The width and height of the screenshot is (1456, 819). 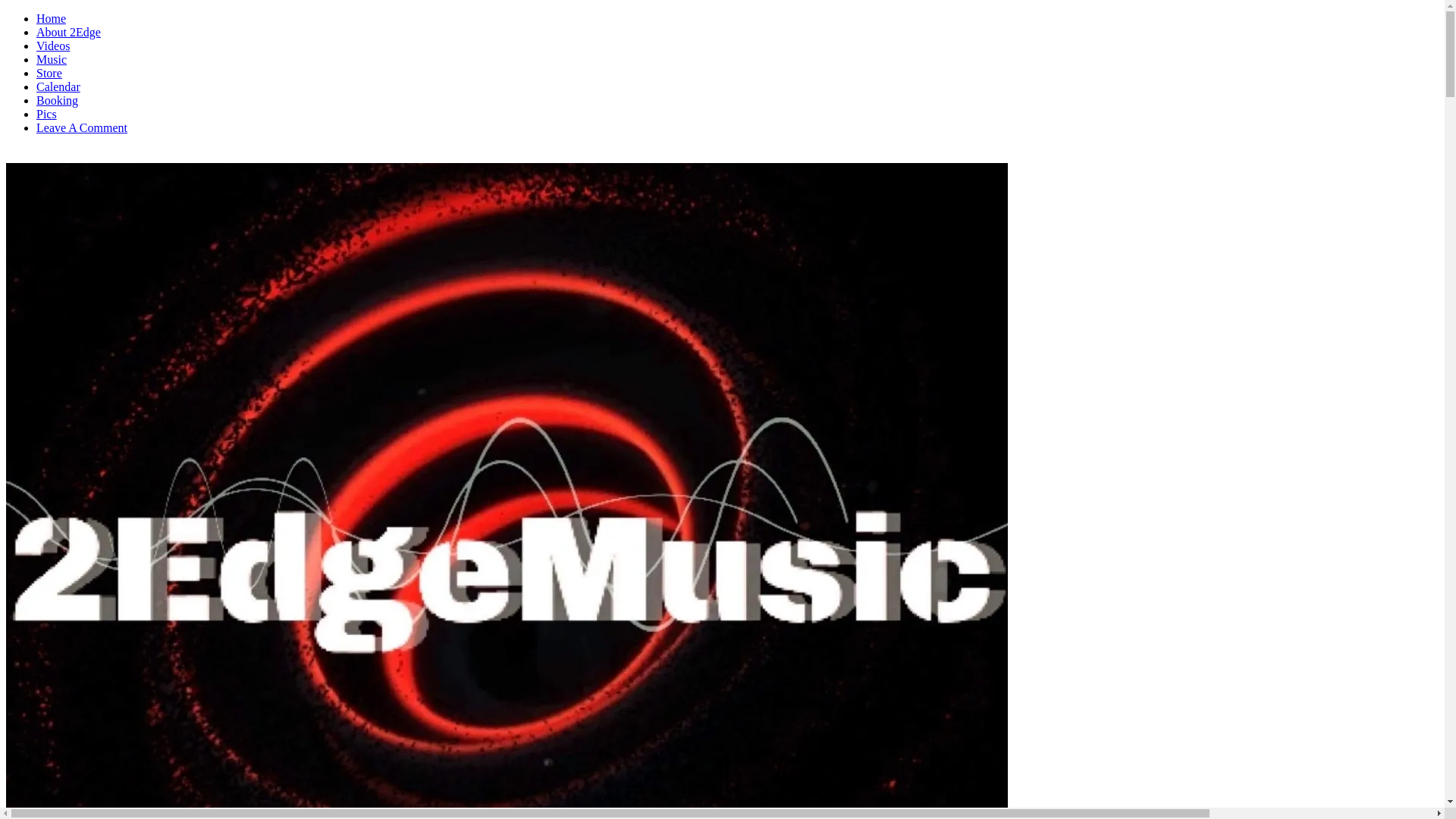 I want to click on 'Leave A Comment', so click(x=80, y=127).